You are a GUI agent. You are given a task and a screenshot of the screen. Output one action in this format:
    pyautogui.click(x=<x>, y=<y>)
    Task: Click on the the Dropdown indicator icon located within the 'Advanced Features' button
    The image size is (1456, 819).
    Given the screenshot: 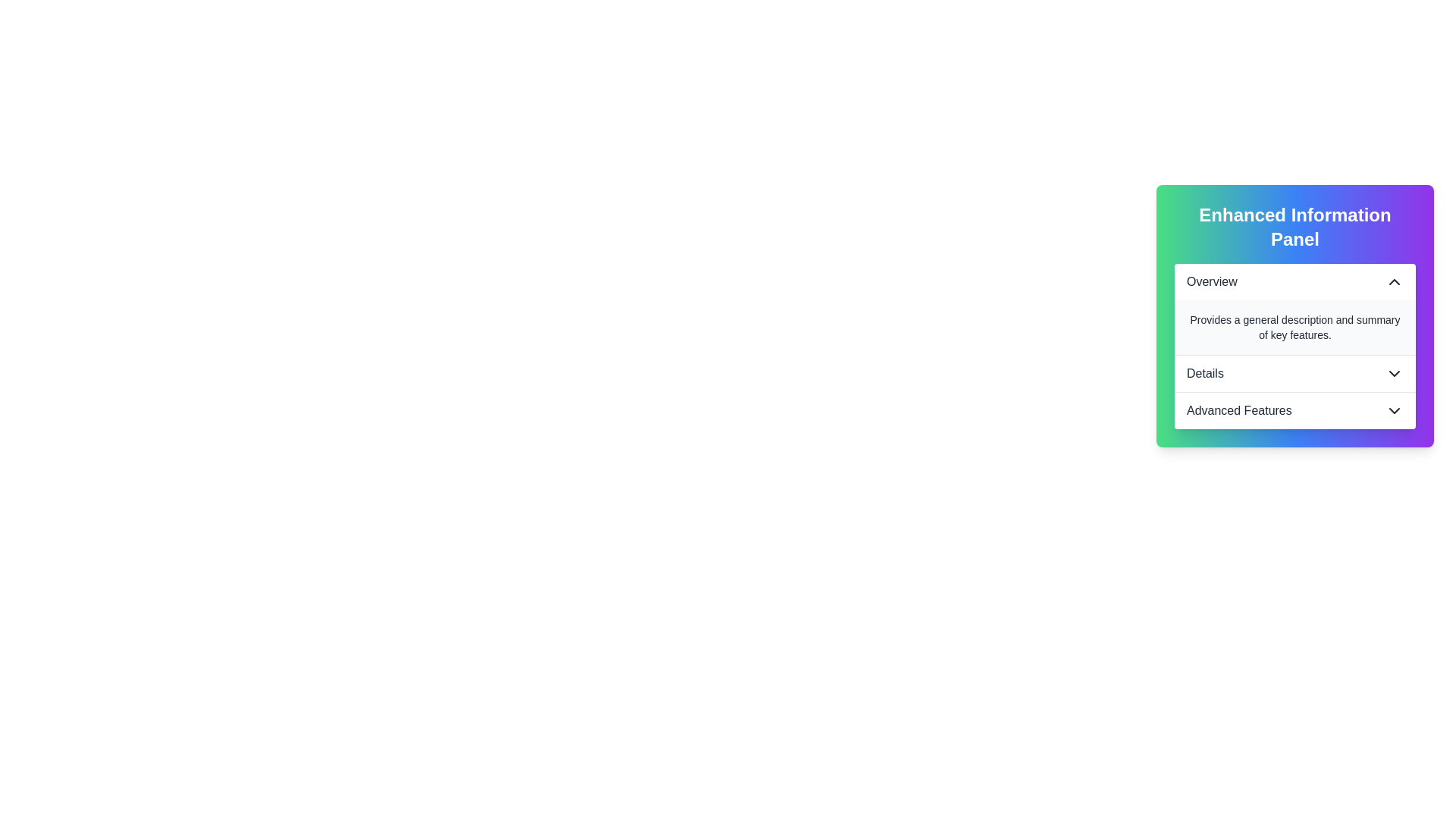 What is the action you would take?
    pyautogui.click(x=1394, y=411)
    